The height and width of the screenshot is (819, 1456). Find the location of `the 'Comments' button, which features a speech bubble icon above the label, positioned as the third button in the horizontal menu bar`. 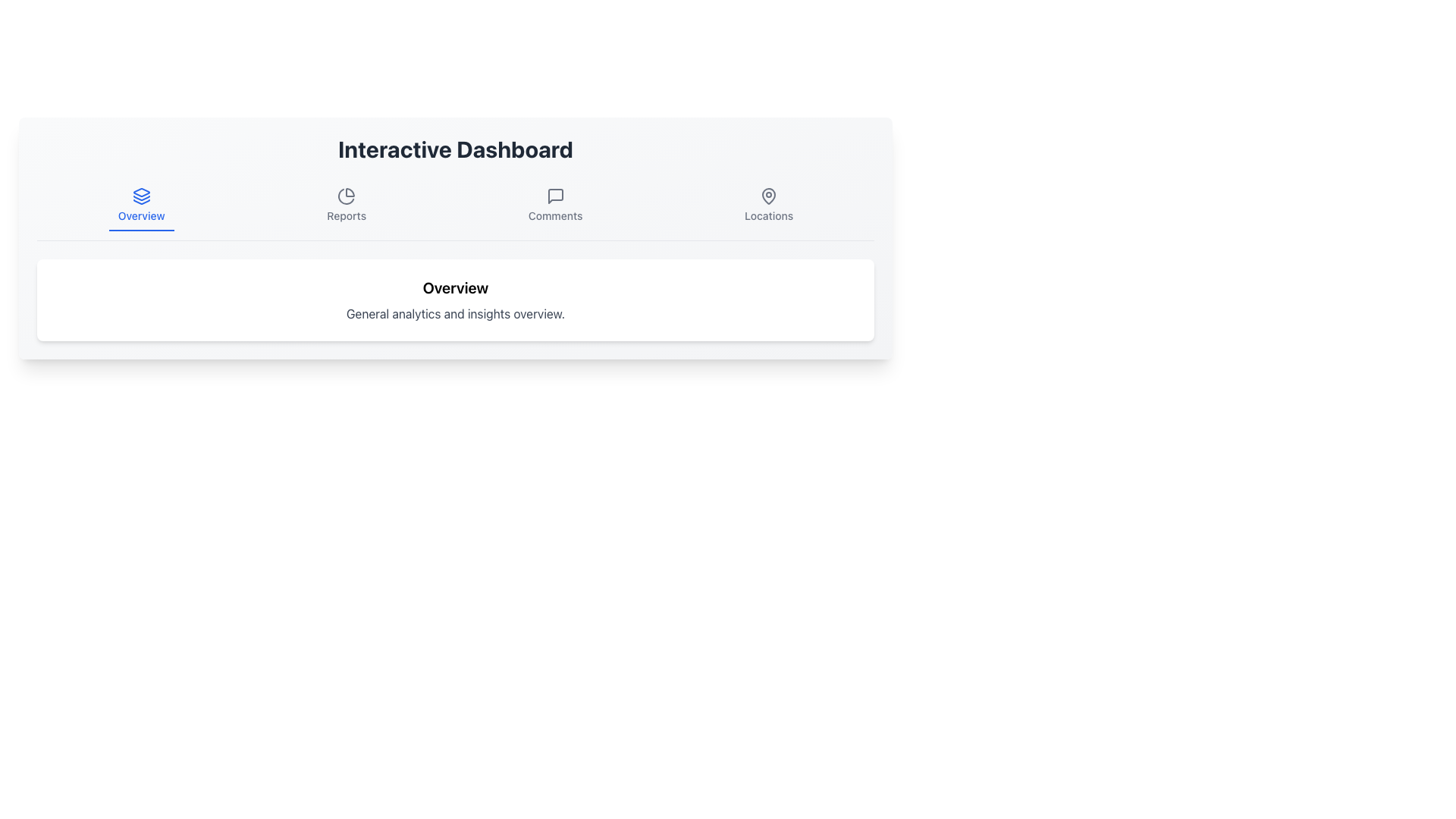

the 'Comments' button, which features a speech bubble icon above the label, positioned as the third button in the horizontal menu bar is located at coordinates (554, 206).